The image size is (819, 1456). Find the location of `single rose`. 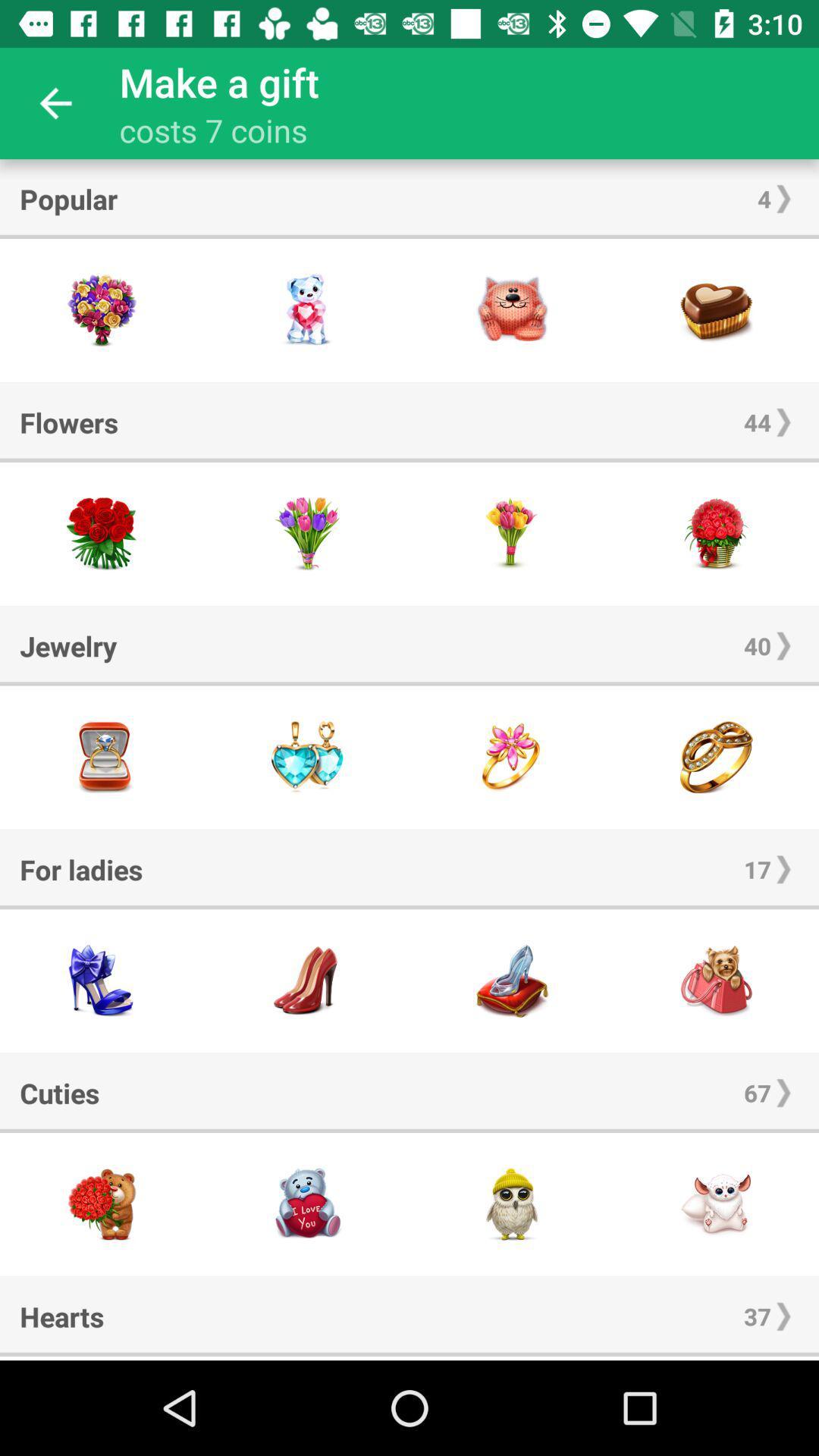

single rose is located at coordinates (512, 534).